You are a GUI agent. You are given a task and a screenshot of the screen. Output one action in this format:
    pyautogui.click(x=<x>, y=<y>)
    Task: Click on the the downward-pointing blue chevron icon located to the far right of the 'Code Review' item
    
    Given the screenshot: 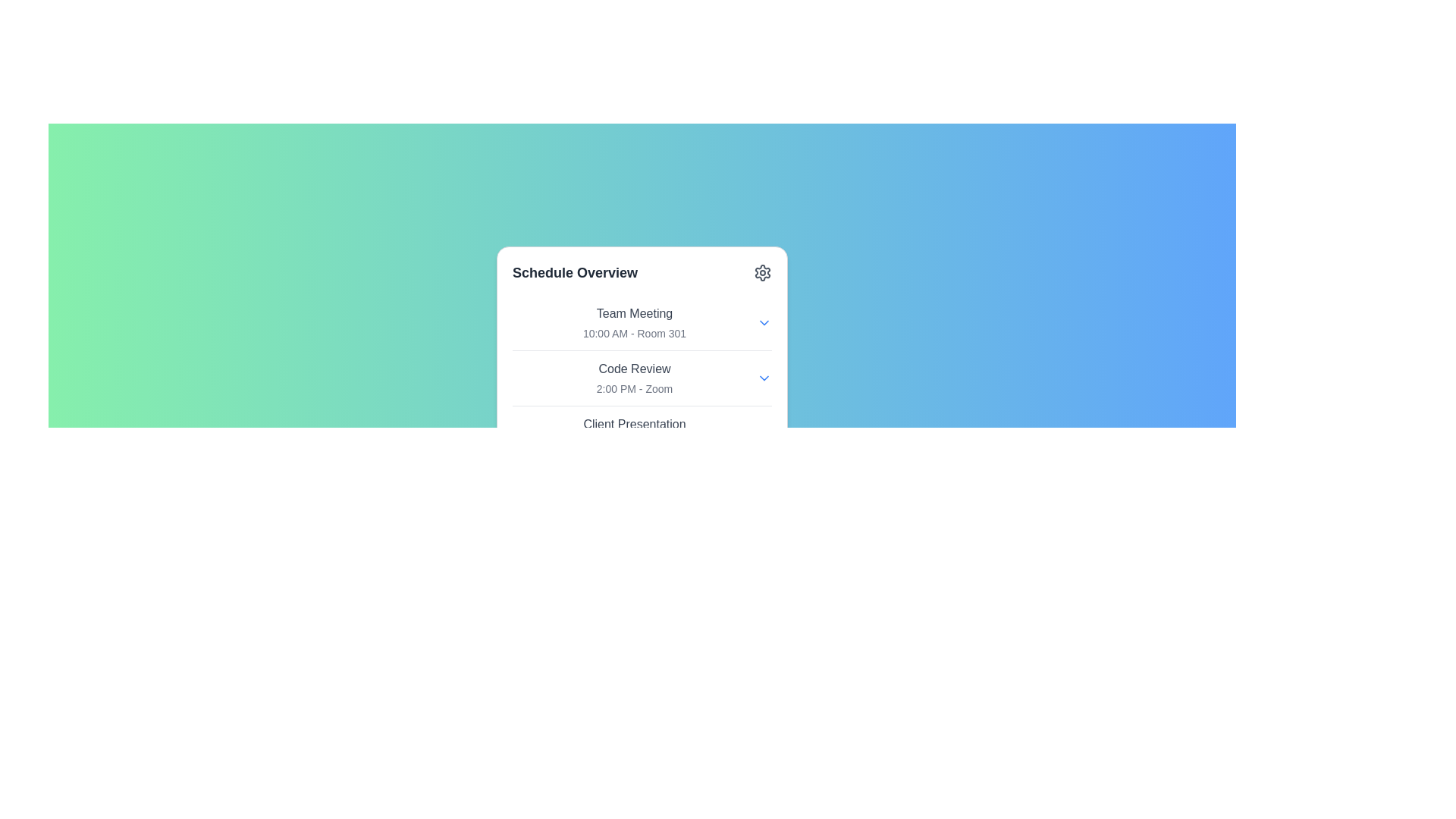 What is the action you would take?
    pyautogui.click(x=764, y=377)
    